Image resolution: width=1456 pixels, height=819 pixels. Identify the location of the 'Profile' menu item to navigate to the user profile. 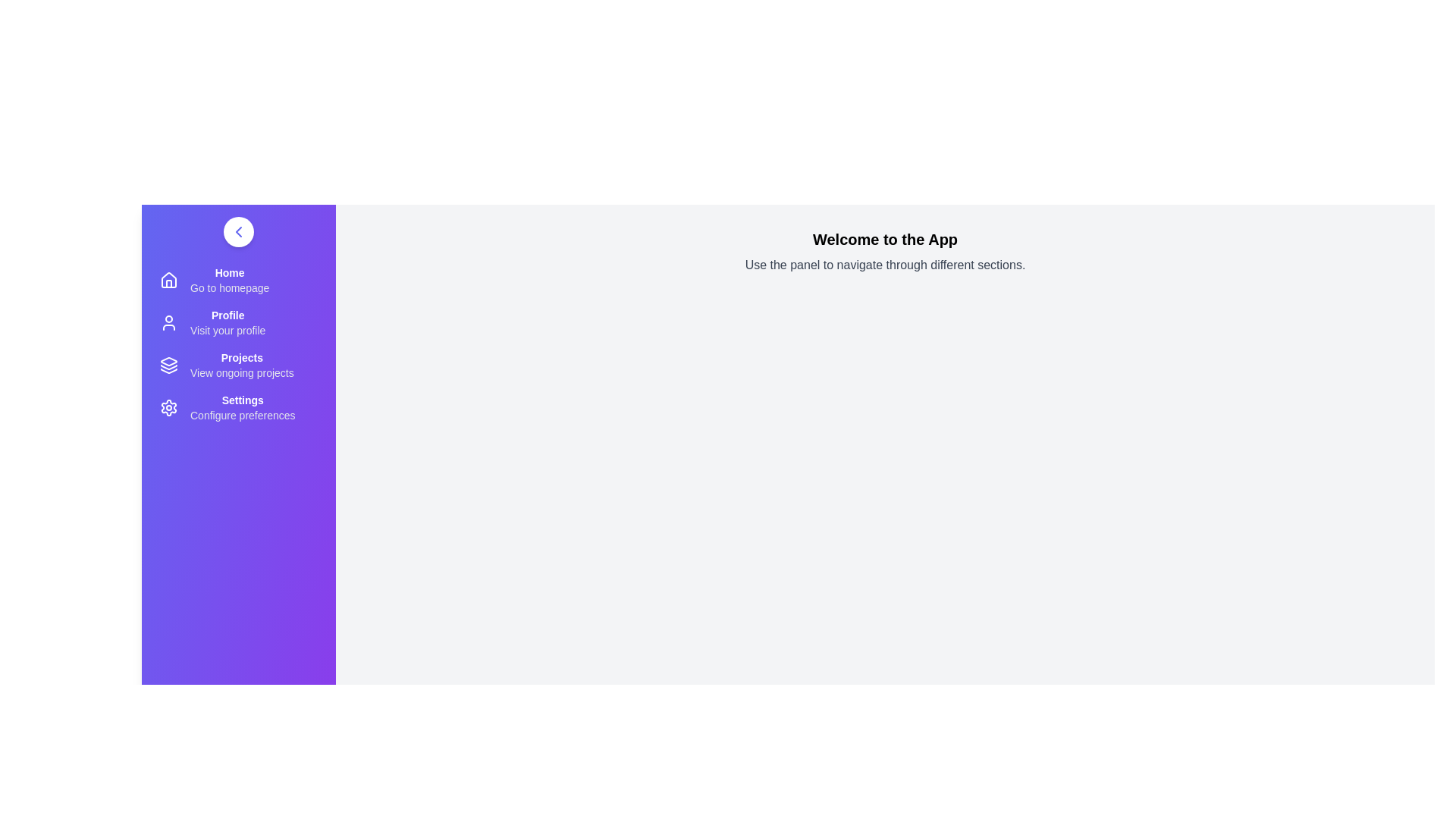
(238, 322).